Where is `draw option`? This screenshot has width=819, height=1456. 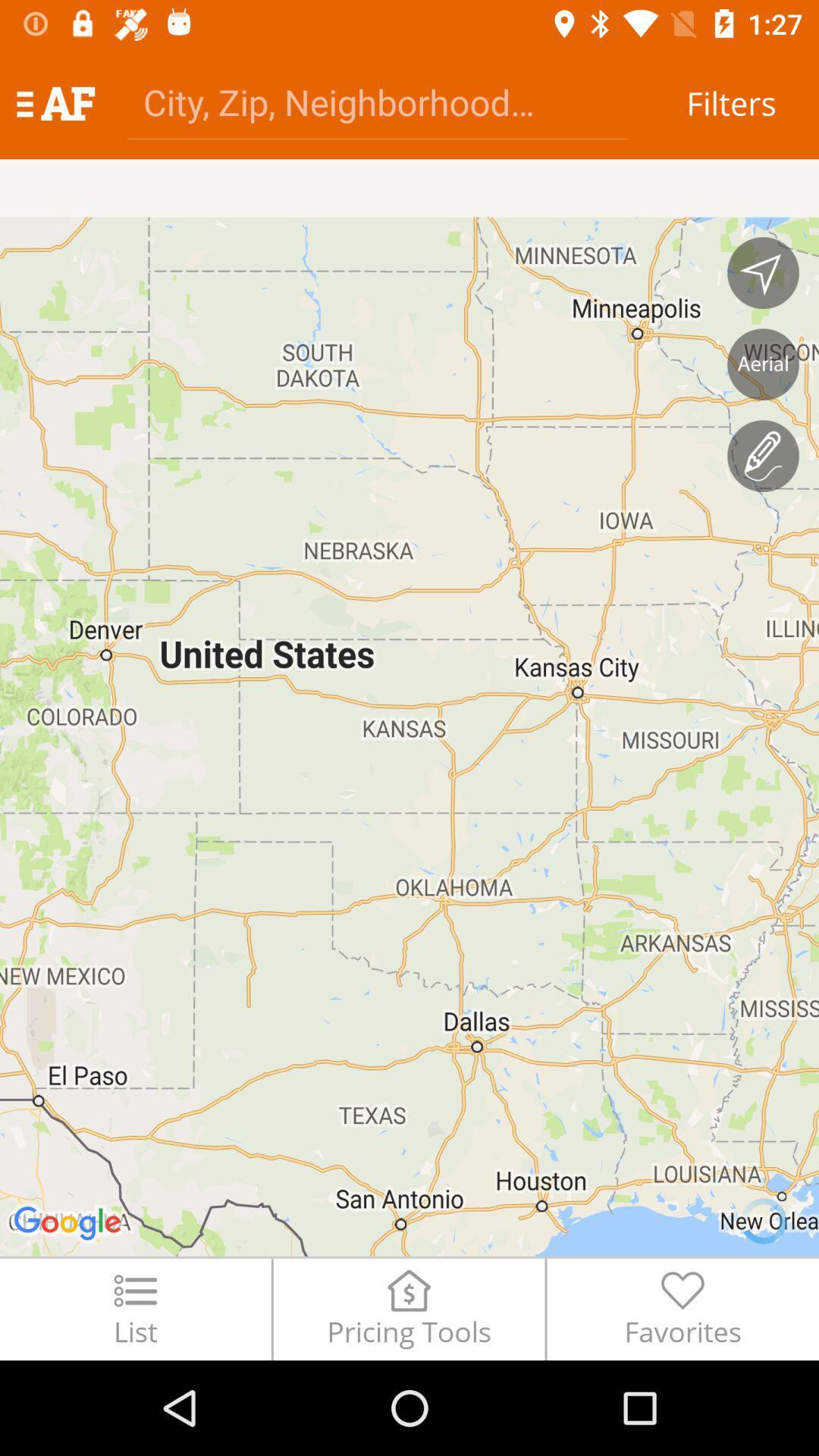
draw option is located at coordinates (763, 455).